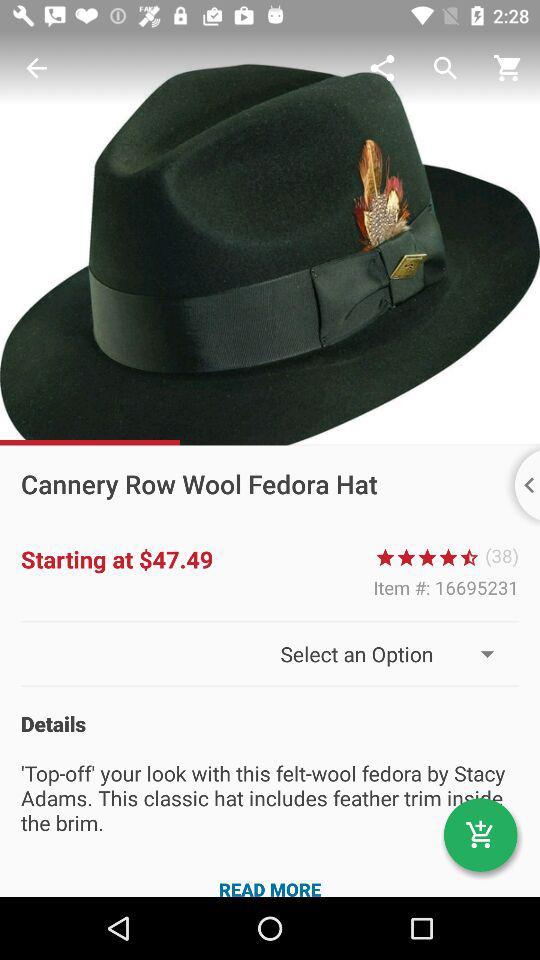 The width and height of the screenshot is (540, 960). Describe the element at coordinates (479, 835) in the screenshot. I see `the cart icon` at that location.